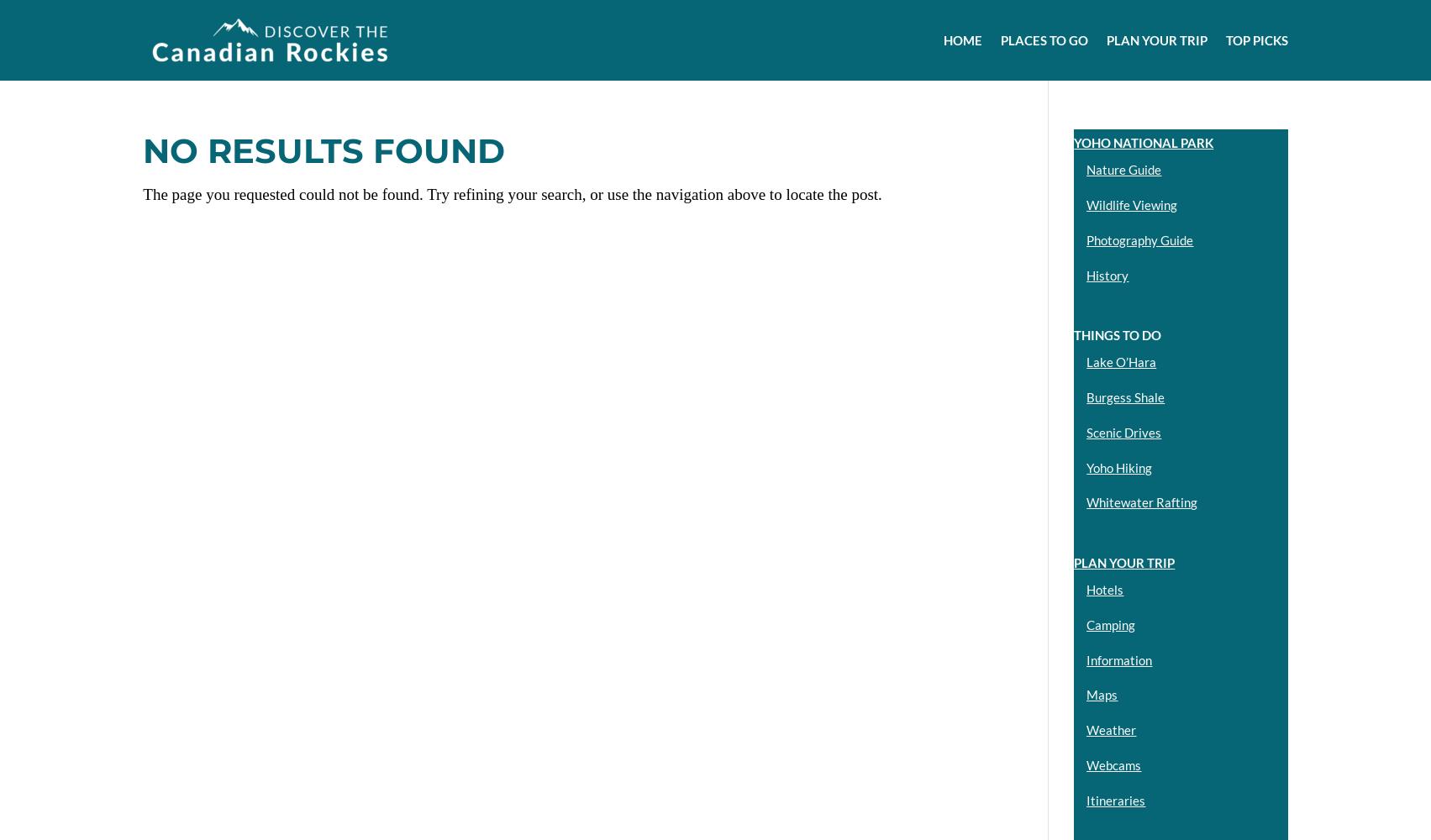 This screenshot has width=1431, height=840. I want to click on 'Information', so click(1118, 659).